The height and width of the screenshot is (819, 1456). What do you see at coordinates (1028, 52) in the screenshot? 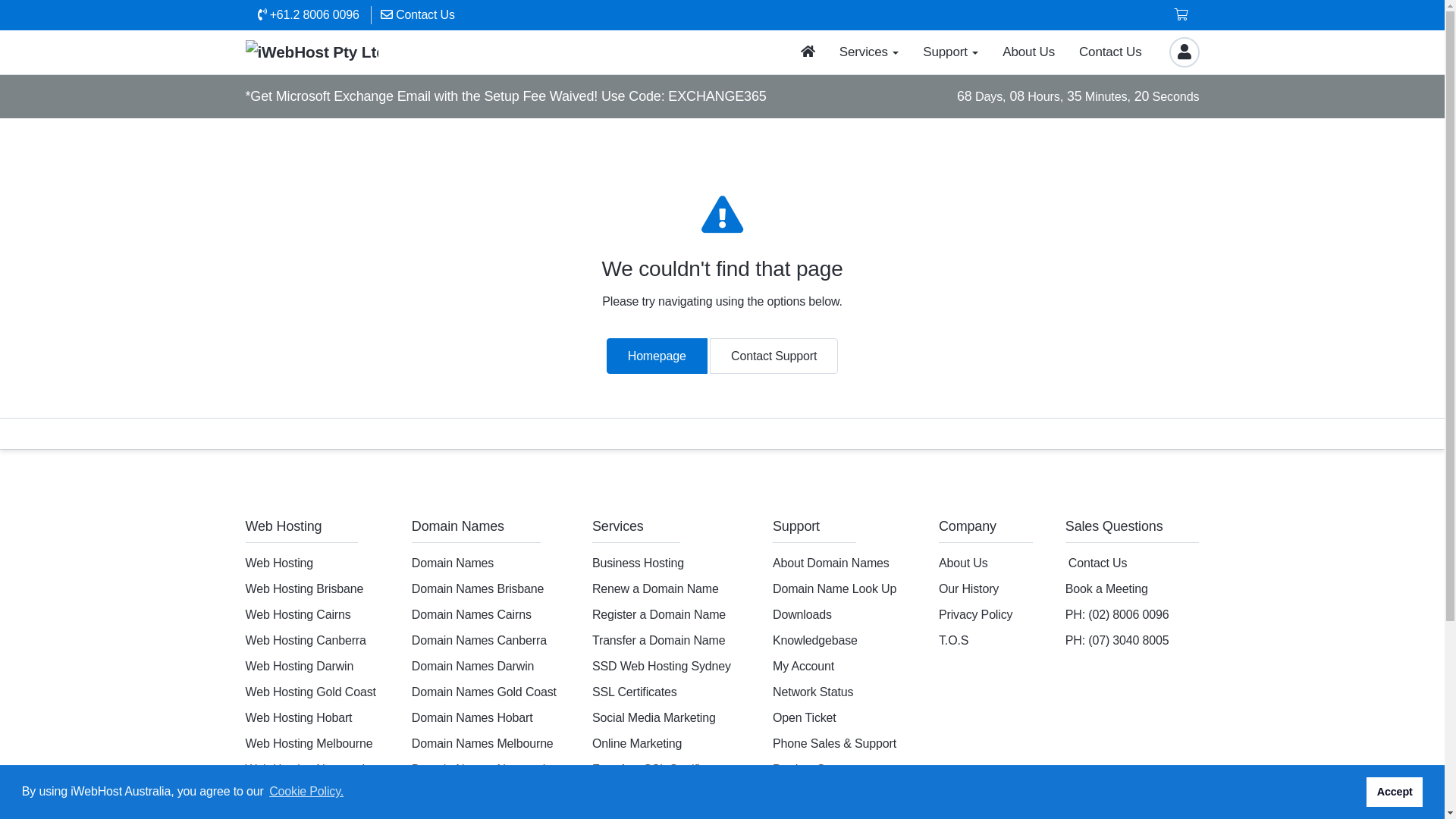
I see `'About Us'` at bounding box center [1028, 52].